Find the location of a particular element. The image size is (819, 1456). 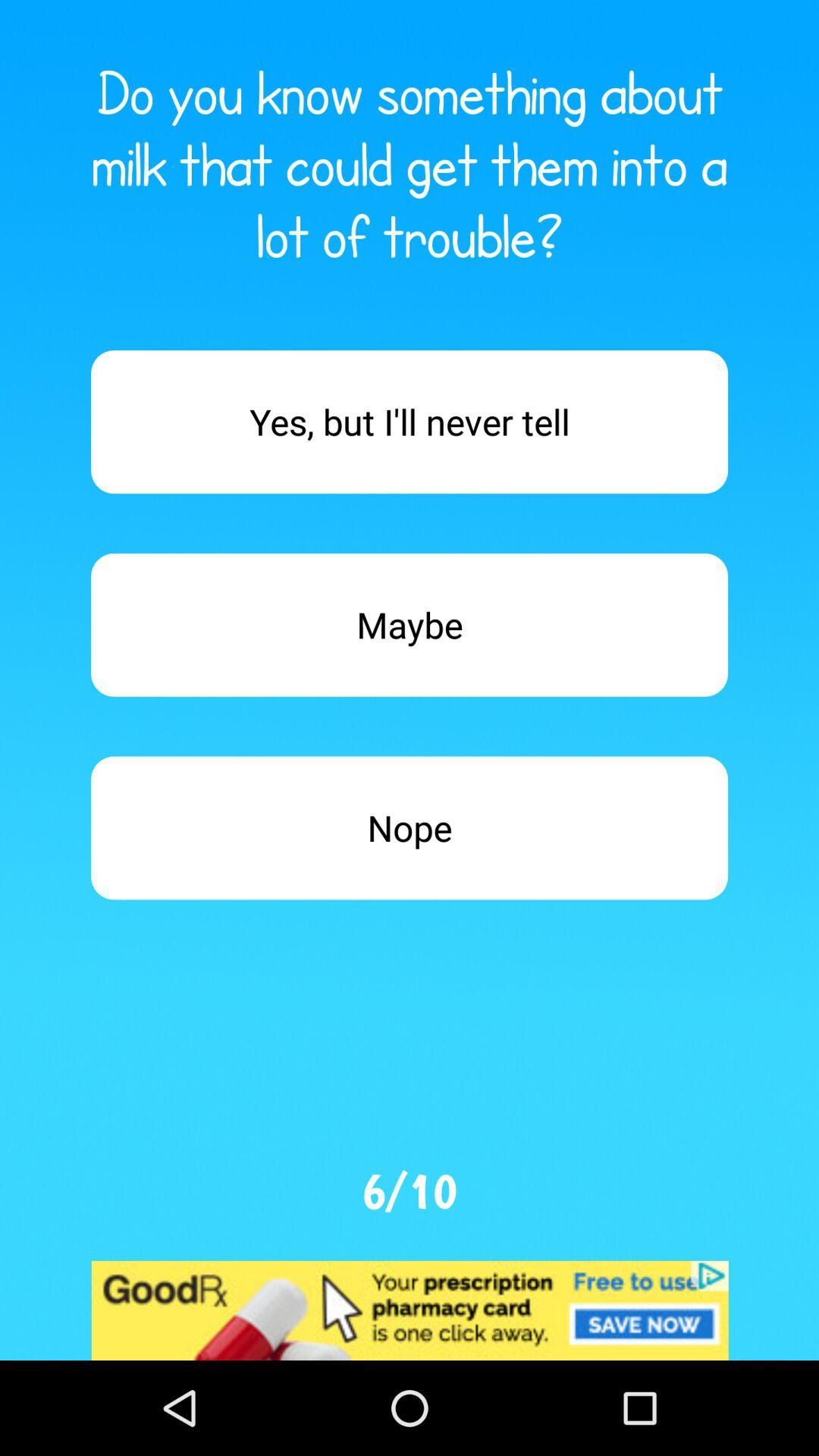

answer nope is located at coordinates (409, 827).